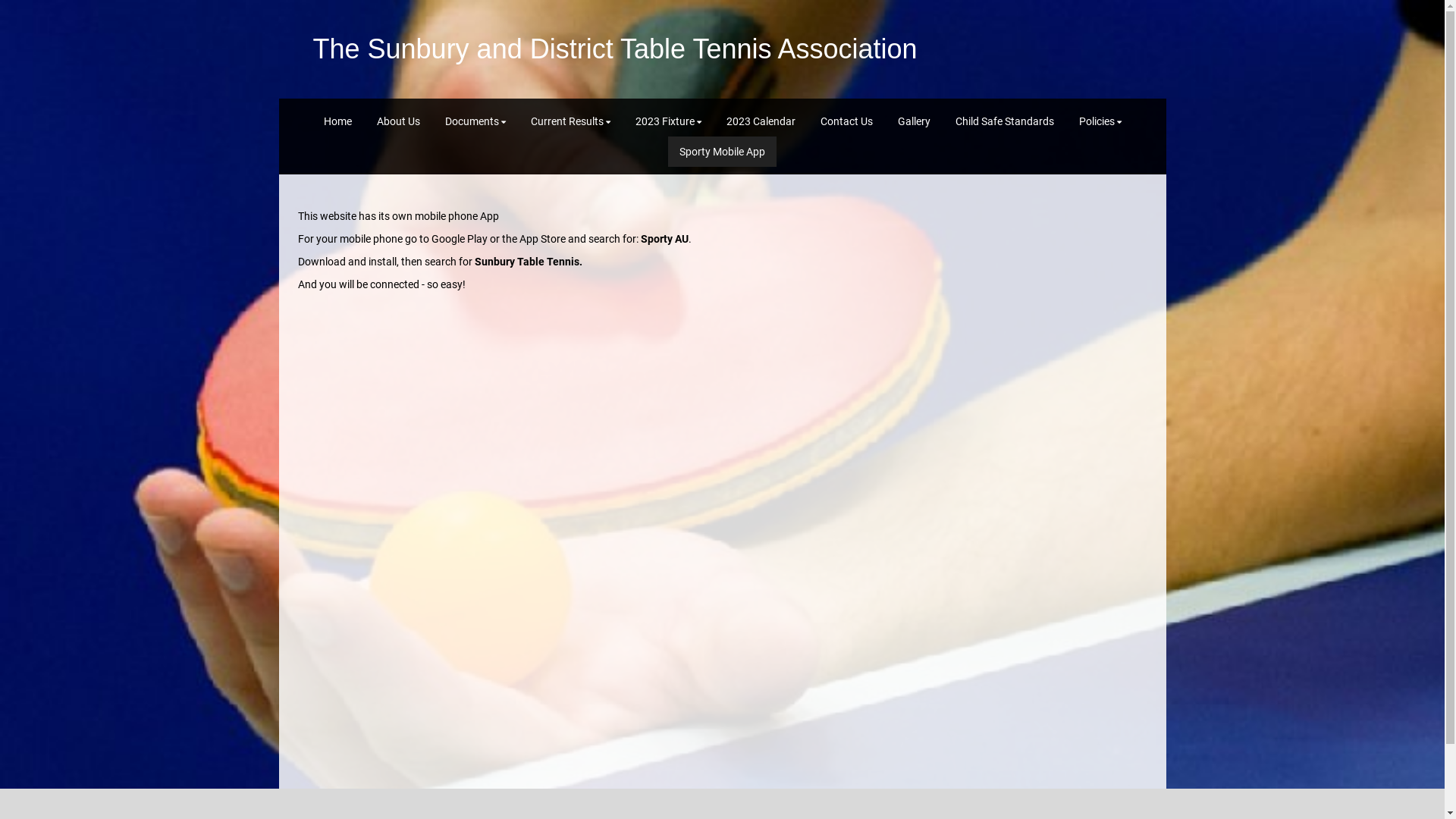 This screenshot has height=819, width=1456. What do you see at coordinates (623, 120) in the screenshot?
I see `'2023 Fixture'` at bounding box center [623, 120].